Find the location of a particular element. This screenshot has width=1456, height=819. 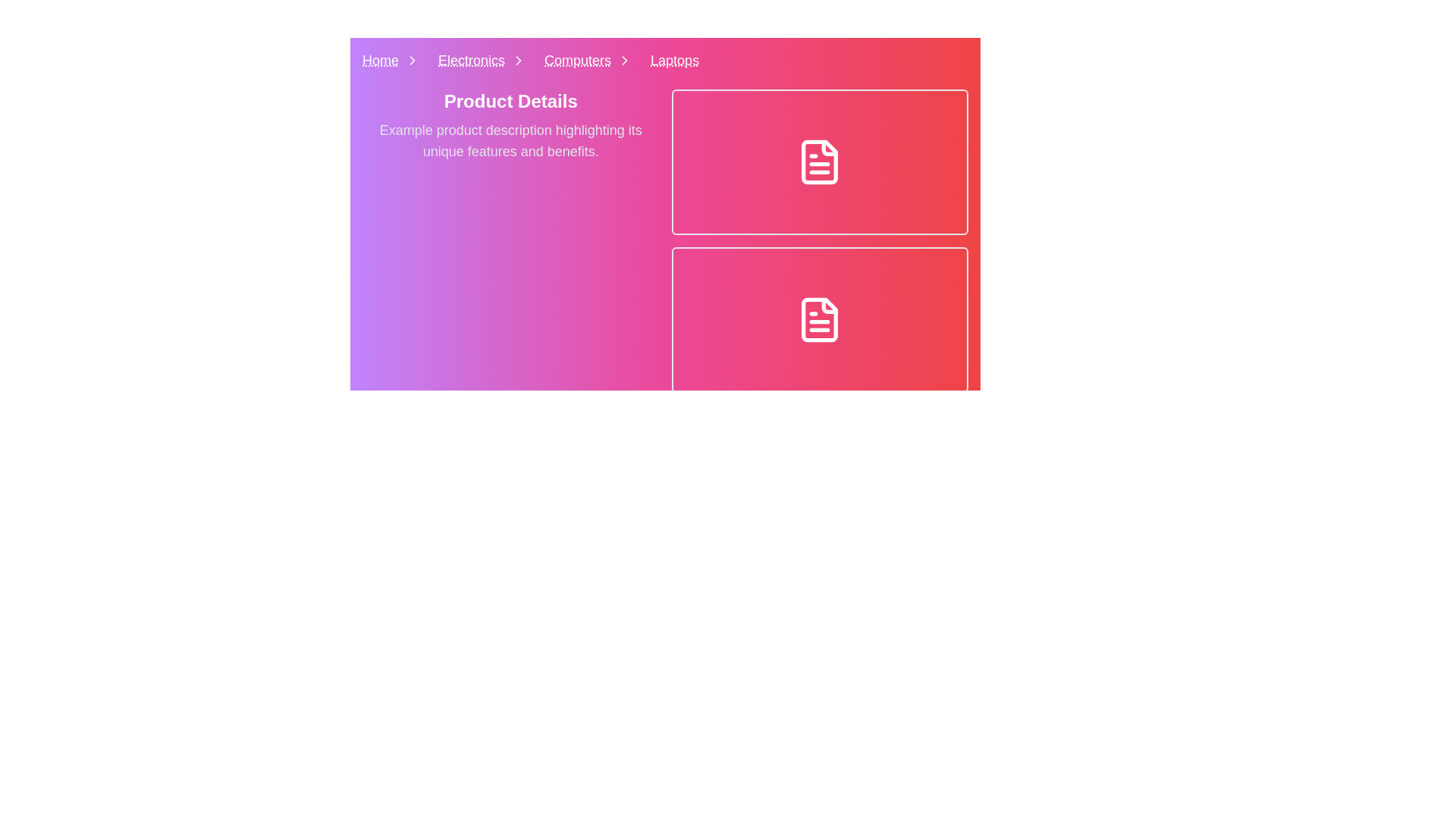

the hyperlink for 'Computers' in the breadcrumb list is located at coordinates (577, 60).